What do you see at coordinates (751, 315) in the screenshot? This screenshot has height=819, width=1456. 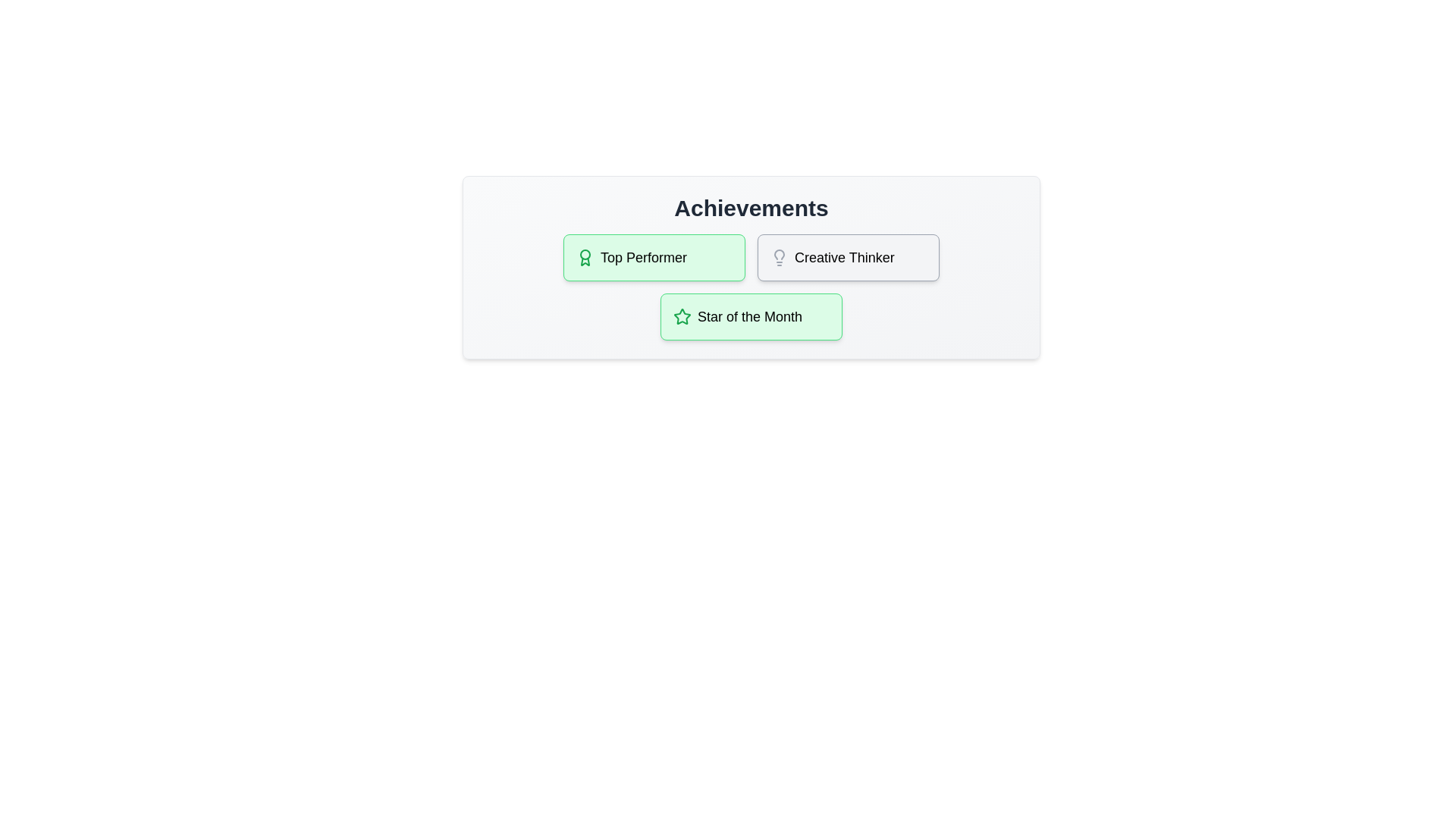 I see `the achievement titled Star of the Month to view its details` at bounding box center [751, 315].